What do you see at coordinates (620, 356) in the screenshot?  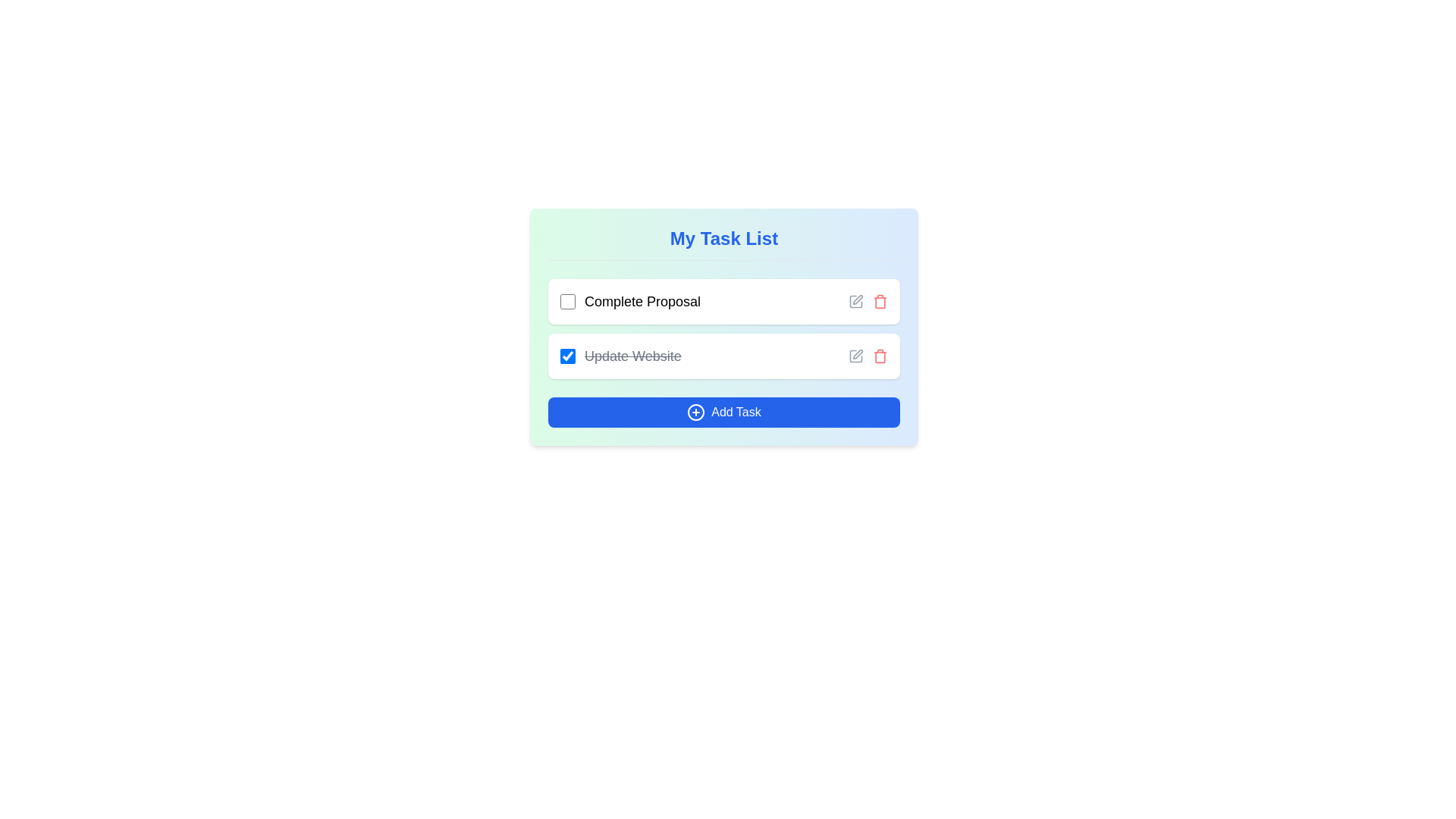 I see `the text label 'Update Website' in the second list item of 'My Task List' to possibly reveal additional options` at bounding box center [620, 356].